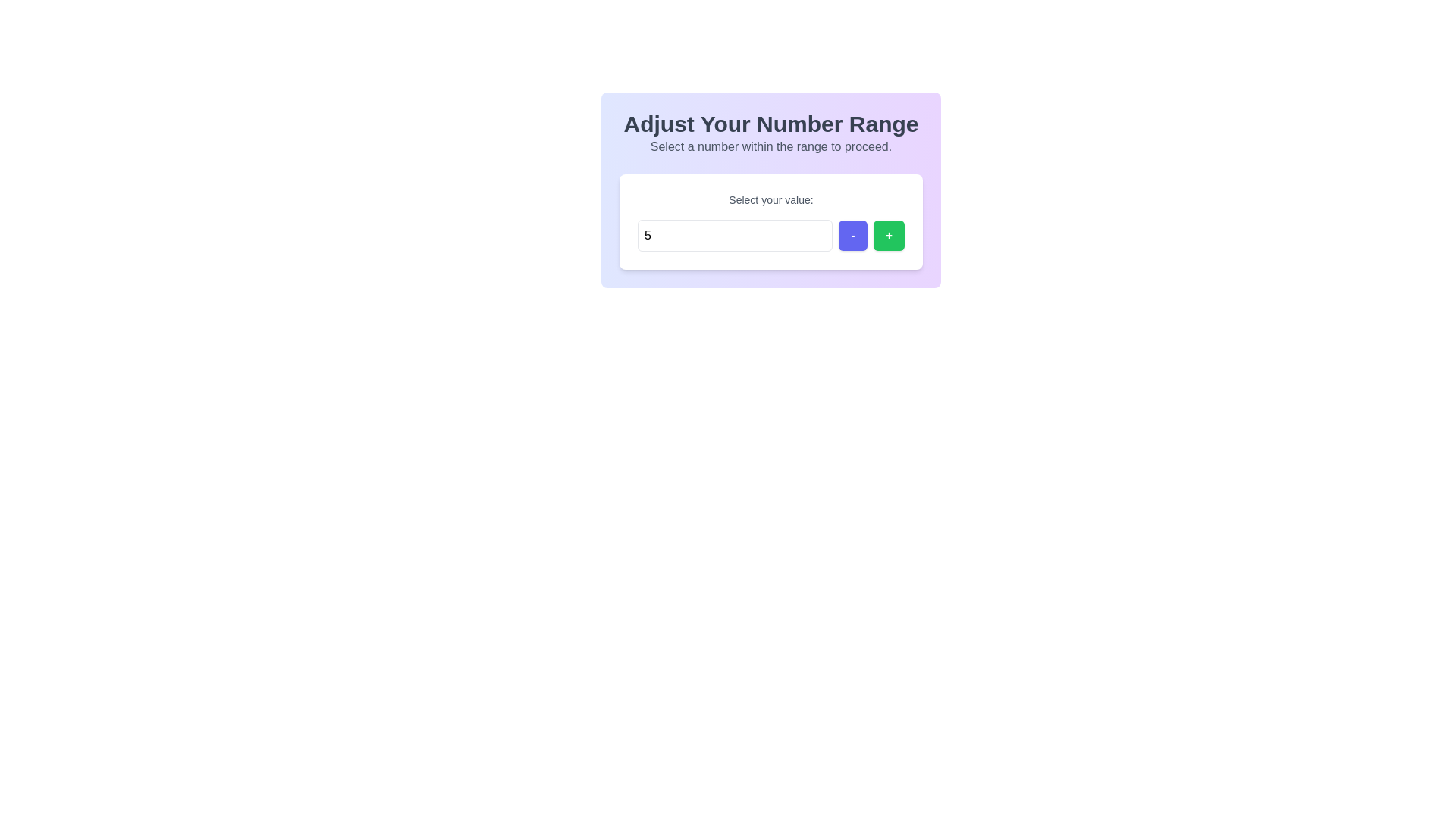  I want to click on the static text that provides instructions for selecting a number within the range, located directly below the heading 'Adjust Your Number Range.', so click(771, 146).